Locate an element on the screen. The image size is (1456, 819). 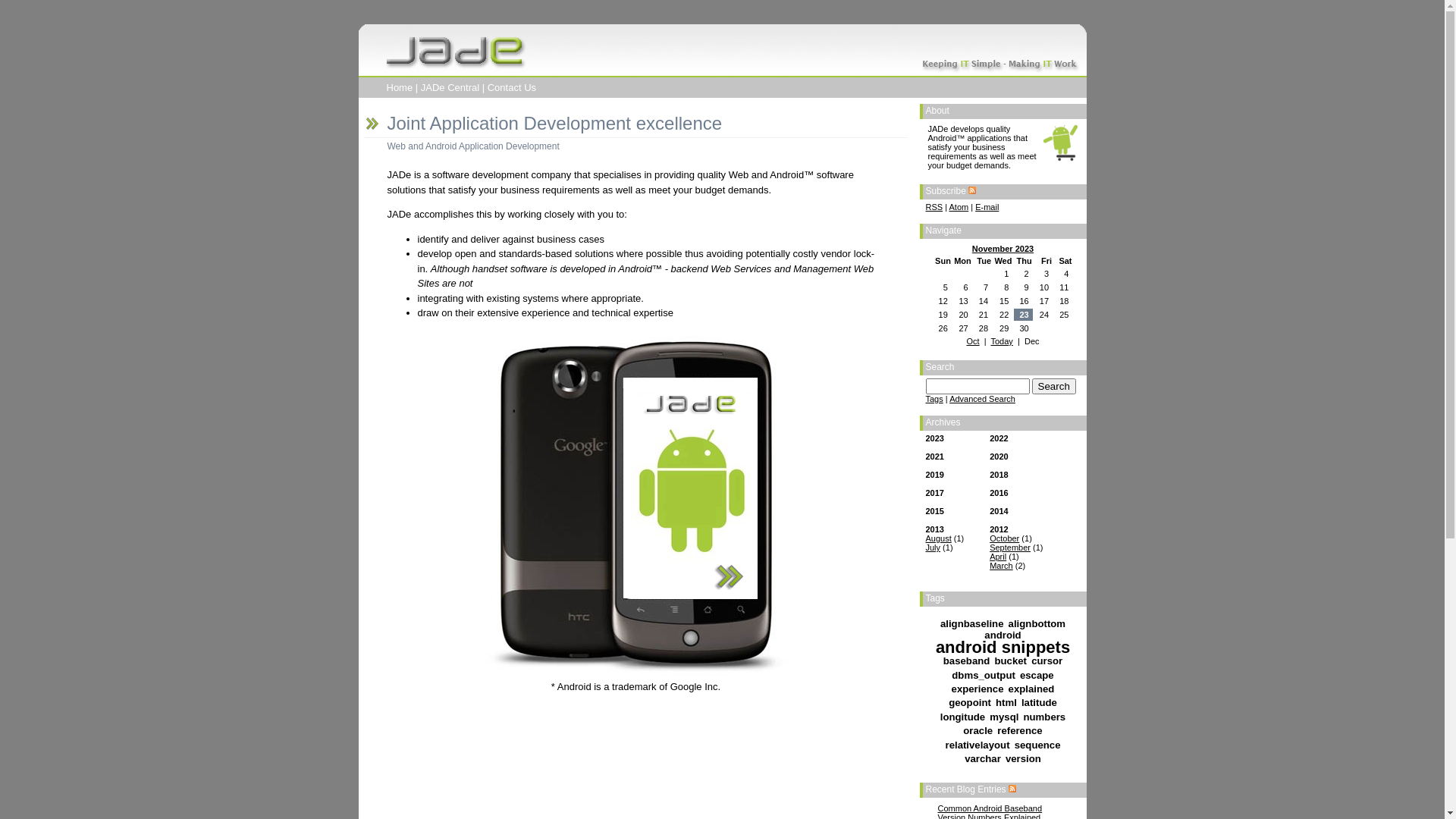
'dbms_output' is located at coordinates (983, 674).